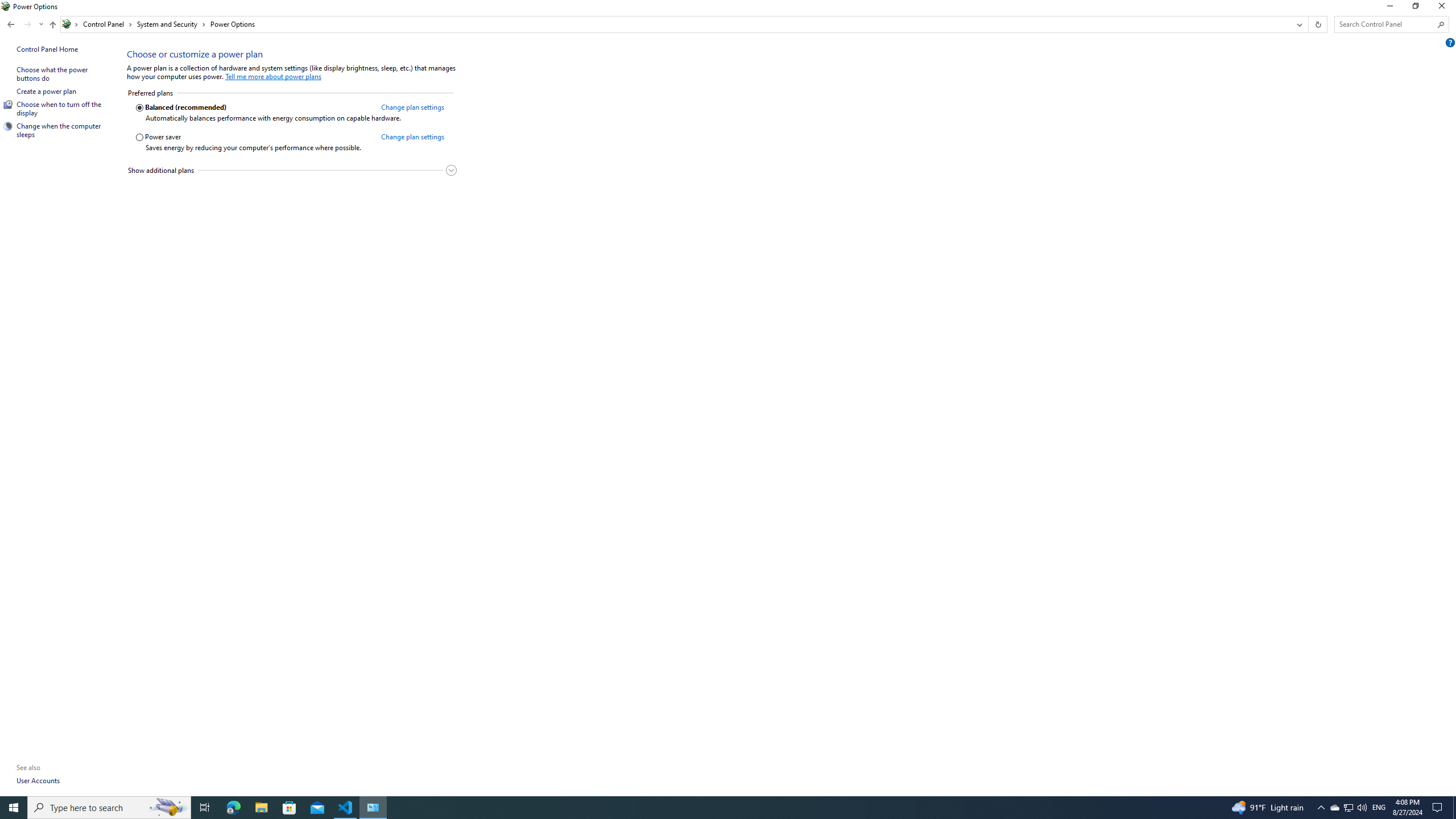  What do you see at coordinates (171, 24) in the screenshot?
I see `'System and Security'` at bounding box center [171, 24].